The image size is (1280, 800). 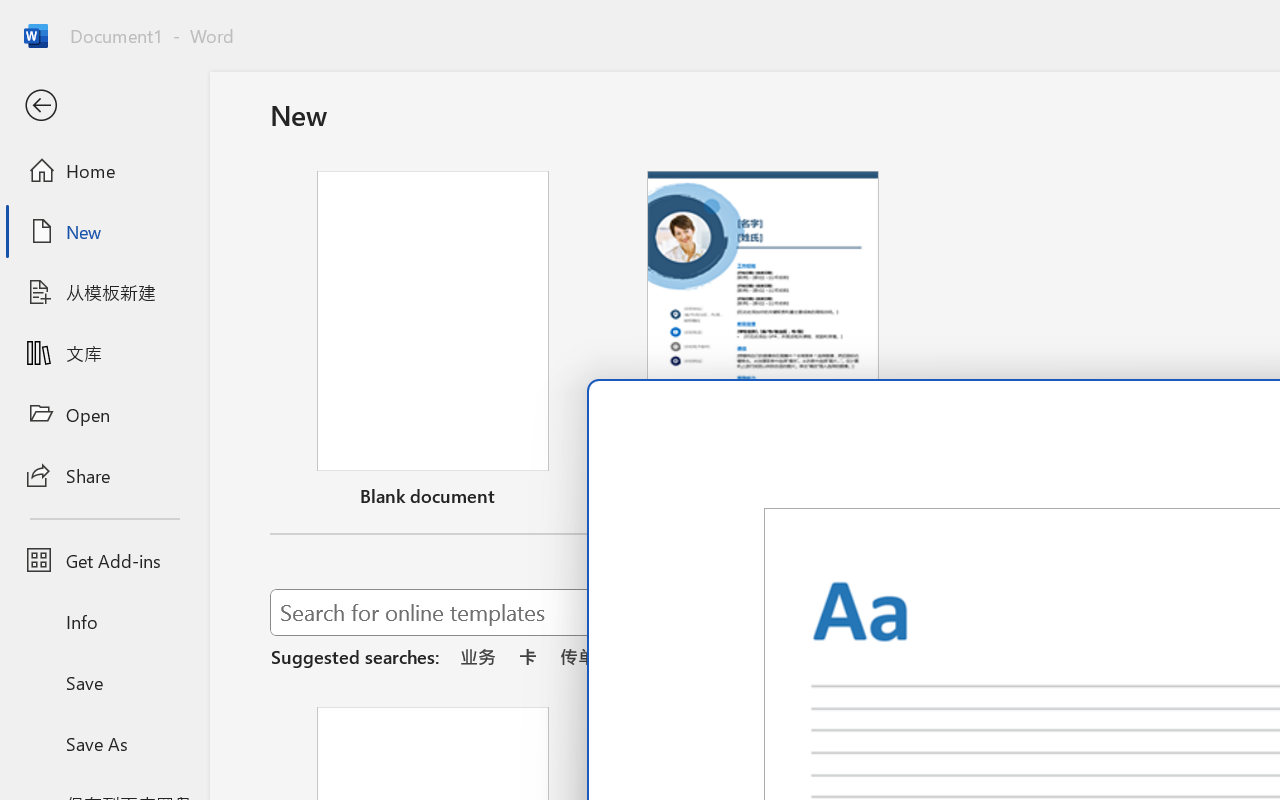 What do you see at coordinates (103, 621) in the screenshot?
I see `'Info'` at bounding box center [103, 621].